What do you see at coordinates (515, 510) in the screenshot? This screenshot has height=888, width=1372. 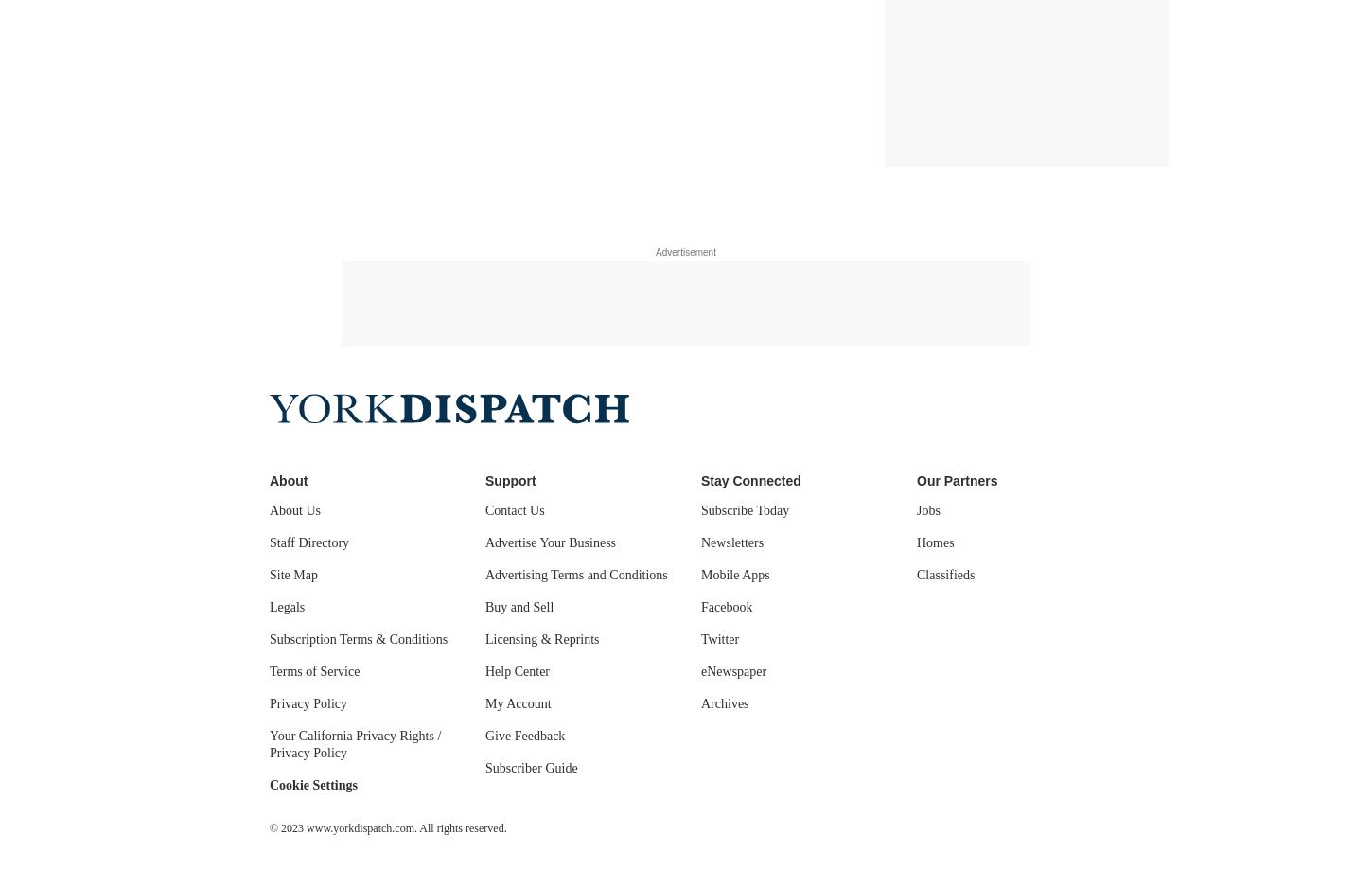 I see `'Contact Us'` at bounding box center [515, 510].